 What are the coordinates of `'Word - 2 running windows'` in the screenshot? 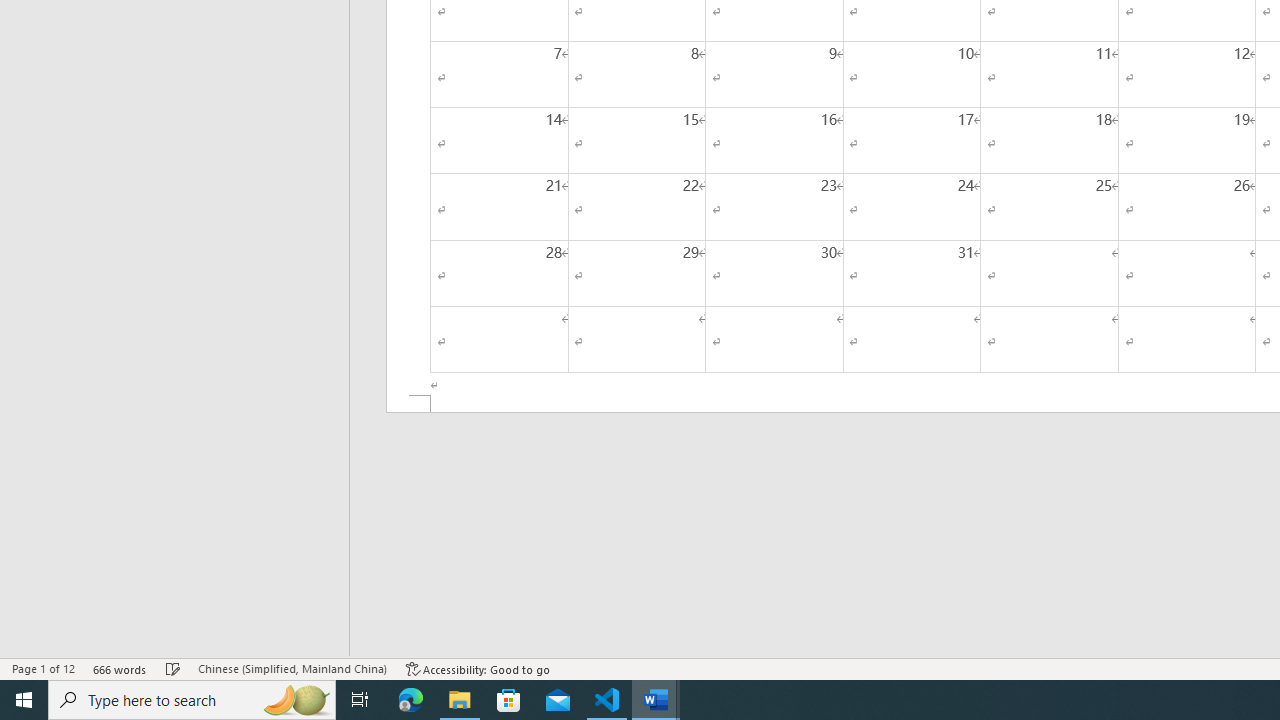 It's located at (656, 698).